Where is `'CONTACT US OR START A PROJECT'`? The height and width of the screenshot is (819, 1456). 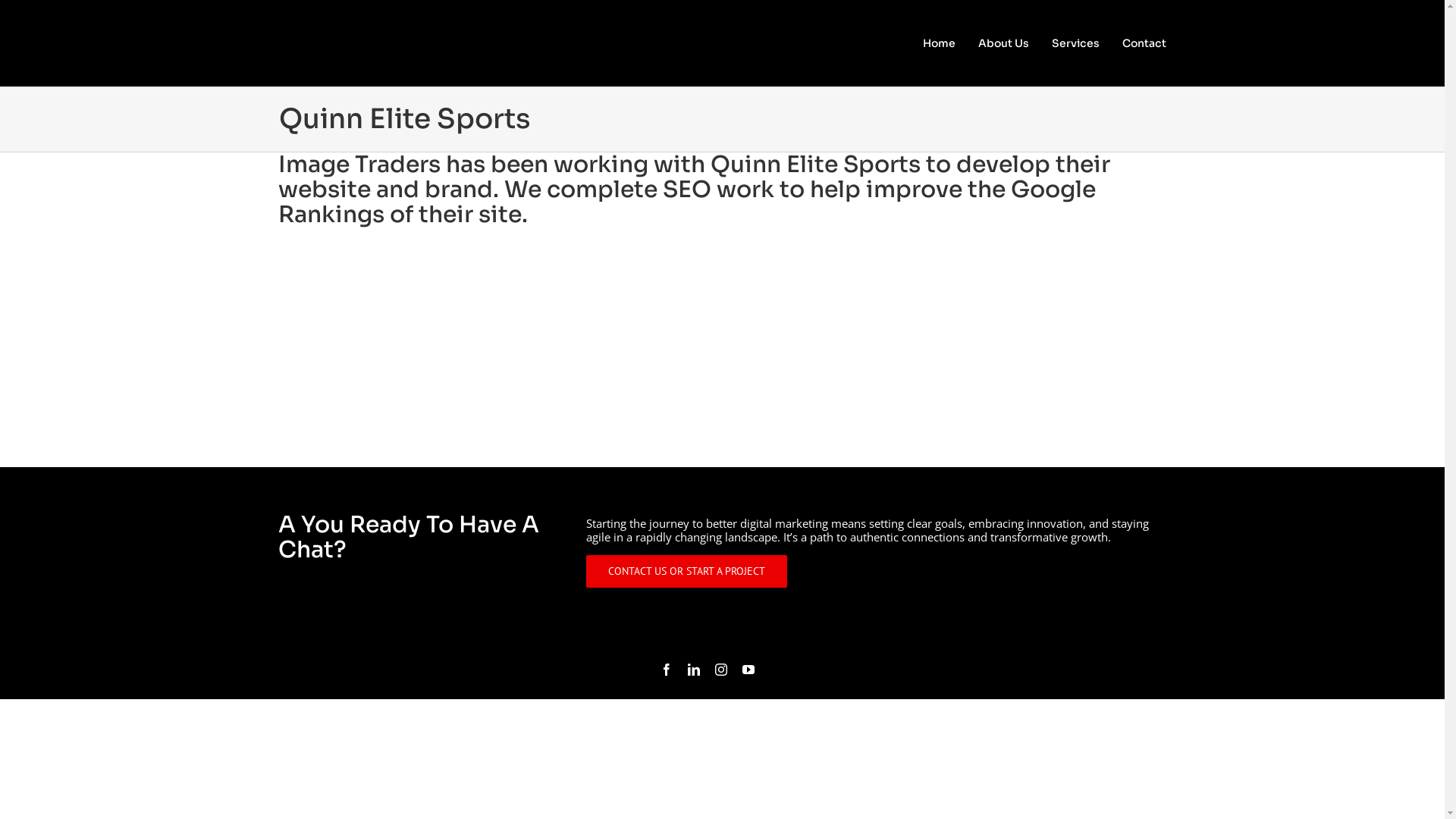 'CONTACT US OR START A PROJECT' is located at coordinates (686, 571).